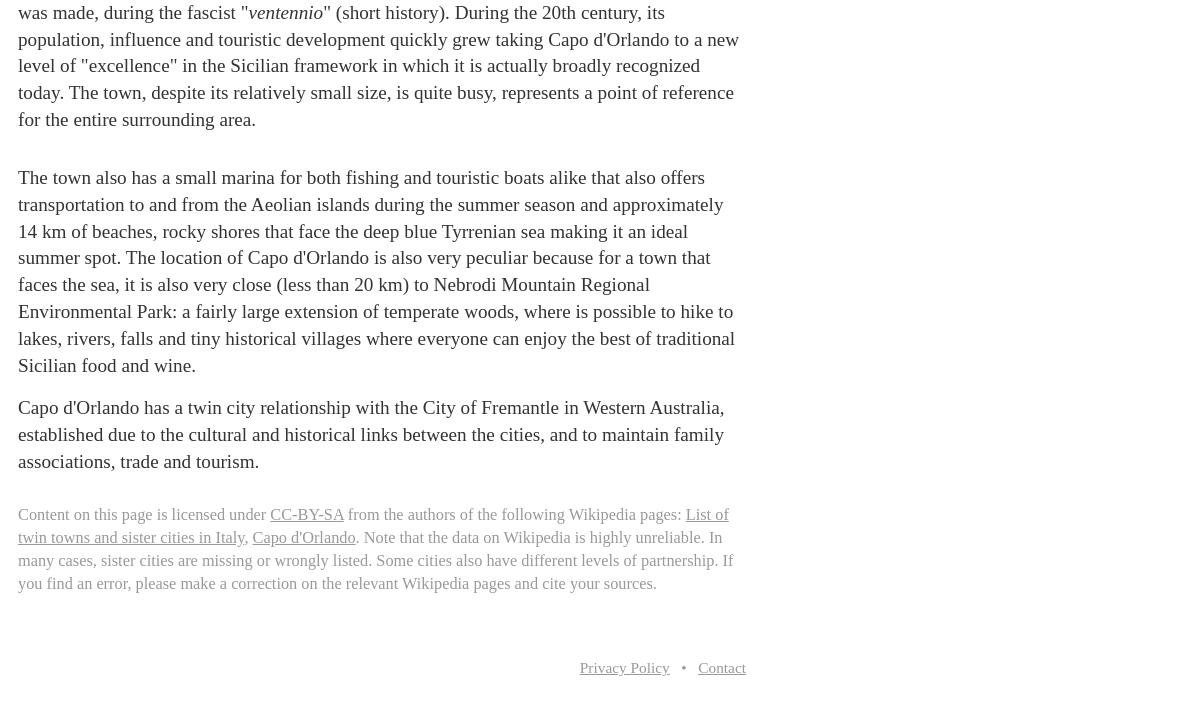 This screenshot has width=1200, height=724. Describe the element at coordinates (303, 536) in the screenshot. I see `'Capo d'Orlando'` at that location.